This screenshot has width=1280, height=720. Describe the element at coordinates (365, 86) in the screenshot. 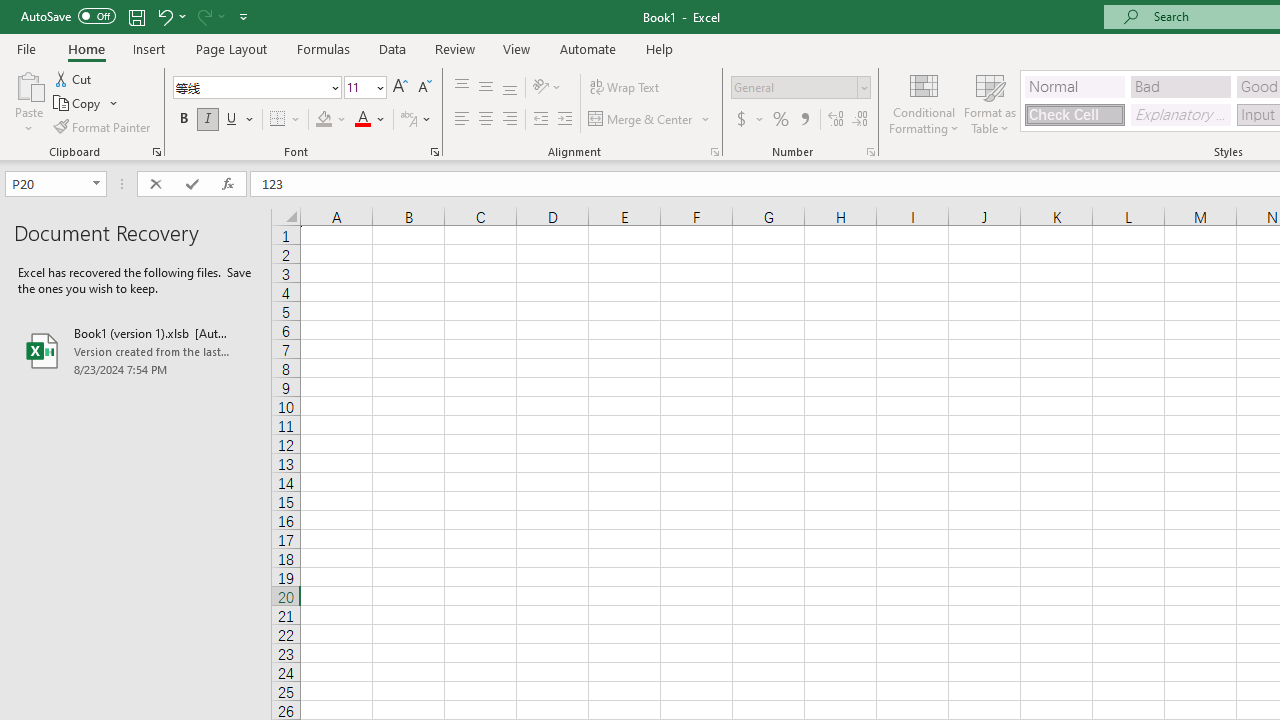

I see `'Font Size'` at that location.